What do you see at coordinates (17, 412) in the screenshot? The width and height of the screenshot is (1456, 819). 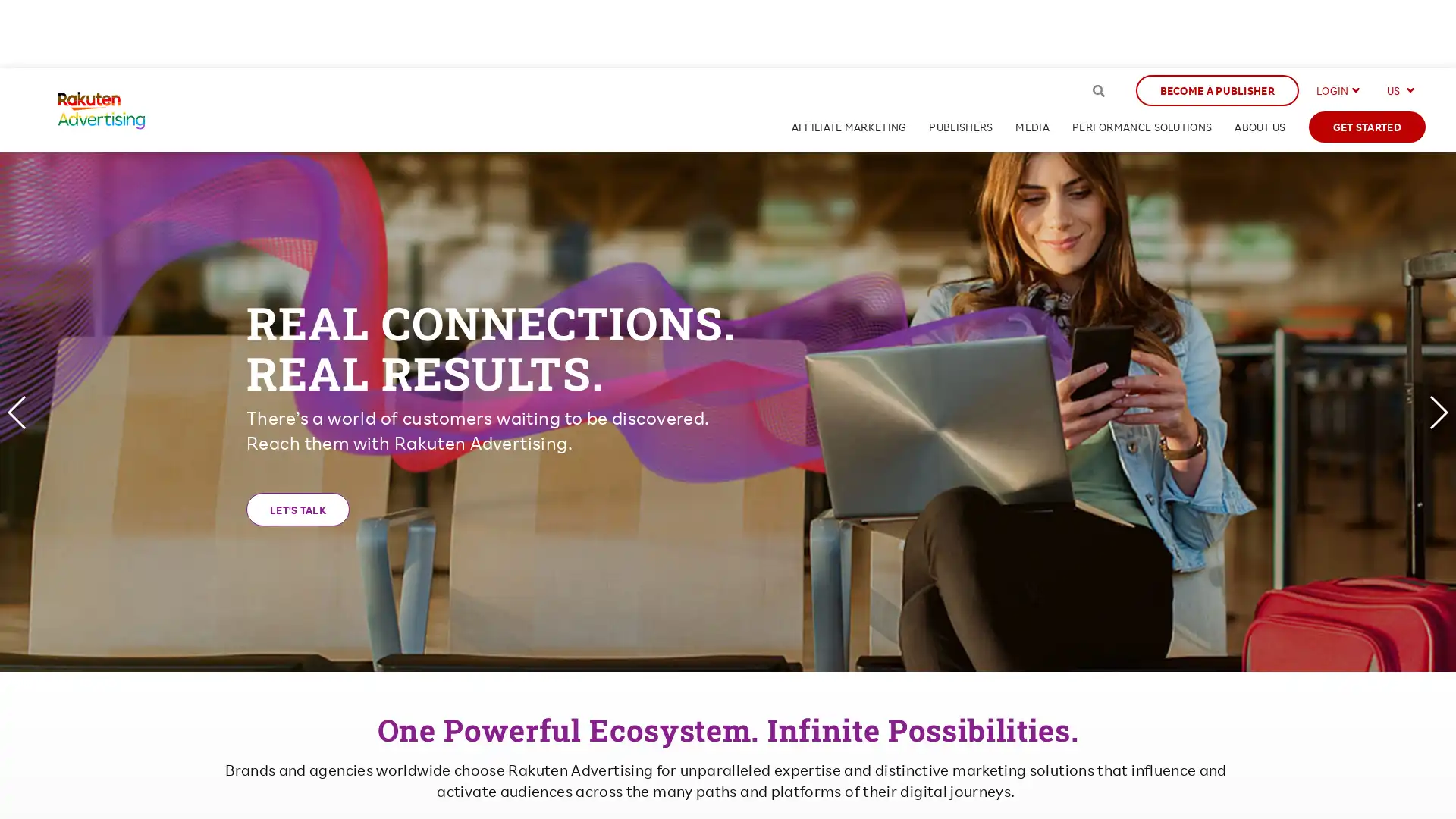 I see `Previous slide` at bounding box center [17, 412].